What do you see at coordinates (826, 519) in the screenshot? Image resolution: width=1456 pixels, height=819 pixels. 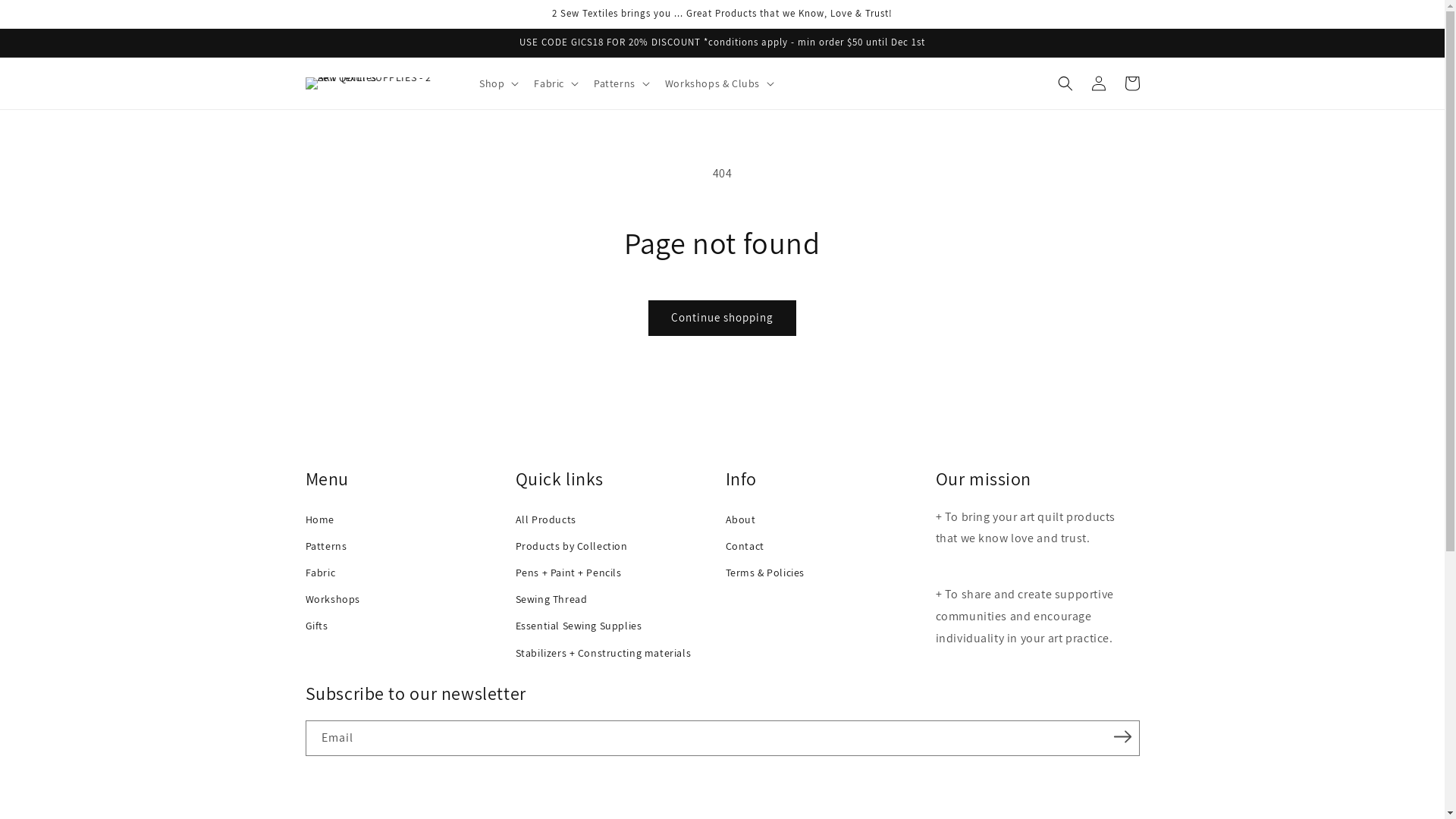 I see `'About'` at bounding box center [826, 519].